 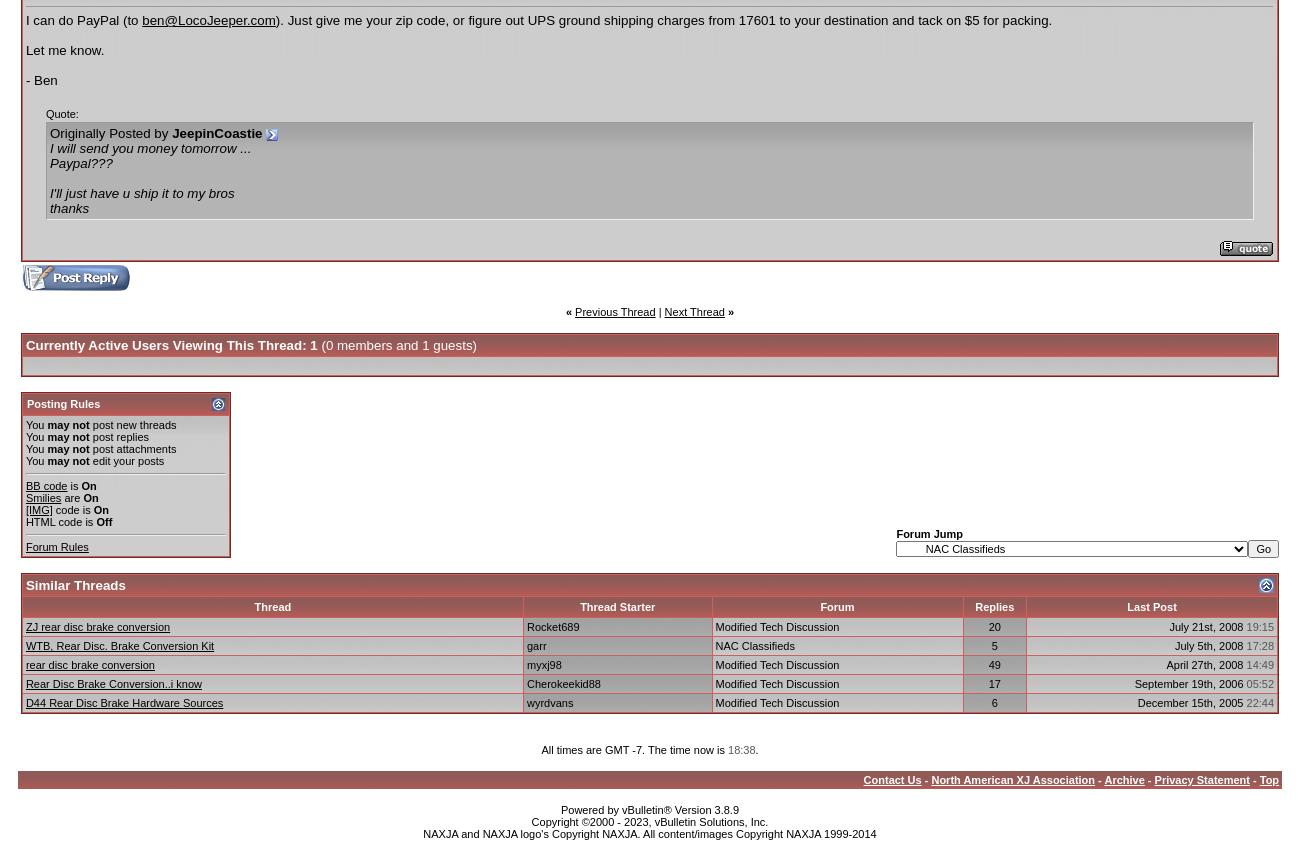 What do you see at coordinates (1011, 778) in the screenshot?
I see `'North American XJ Association'` at bounding box center [1011, 778].